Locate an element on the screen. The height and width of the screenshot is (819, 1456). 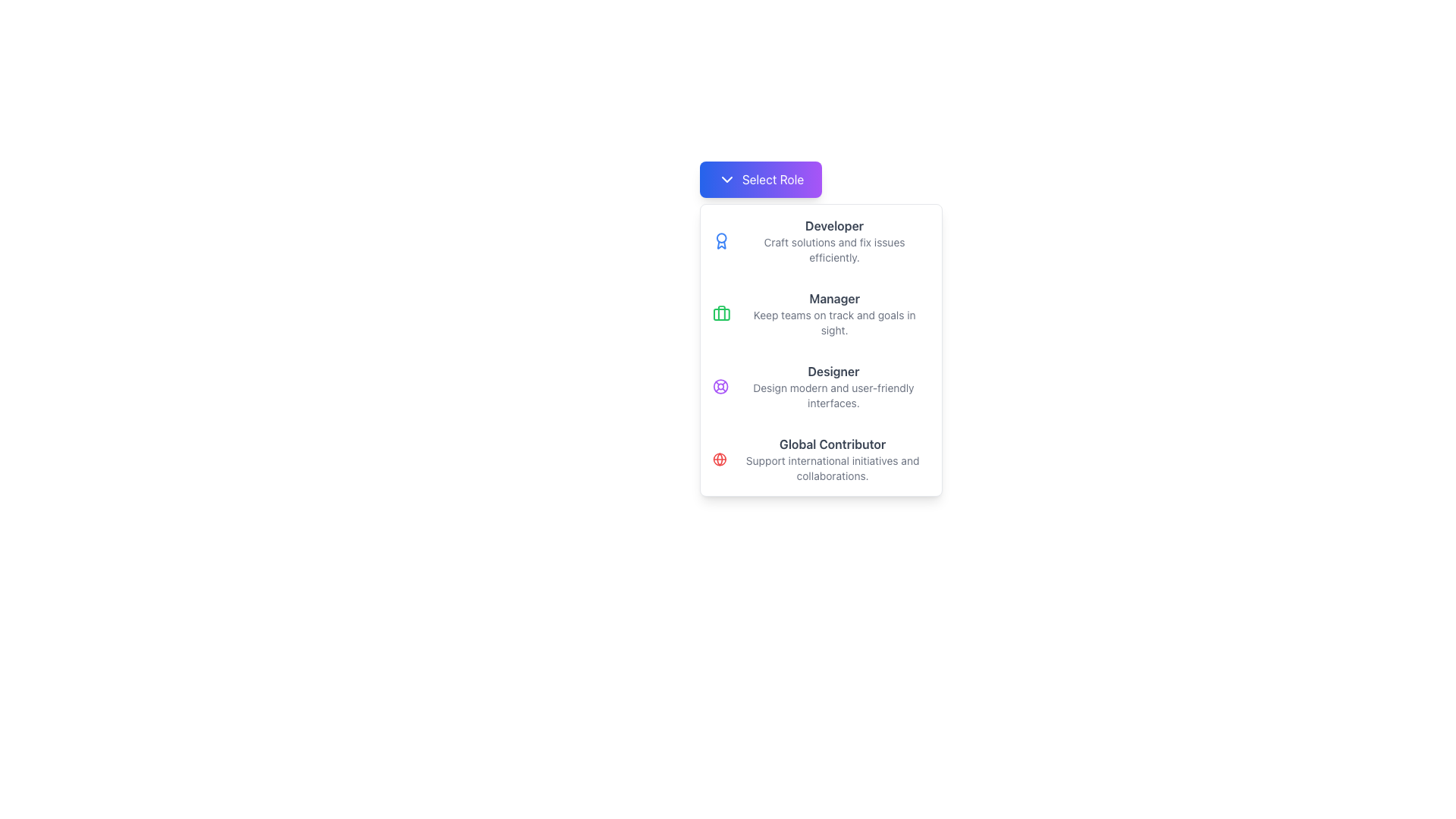
the text label displaying 'Manager', which is the second item in the list of role options within the vertical selection box is located at coordinates (833, 298).